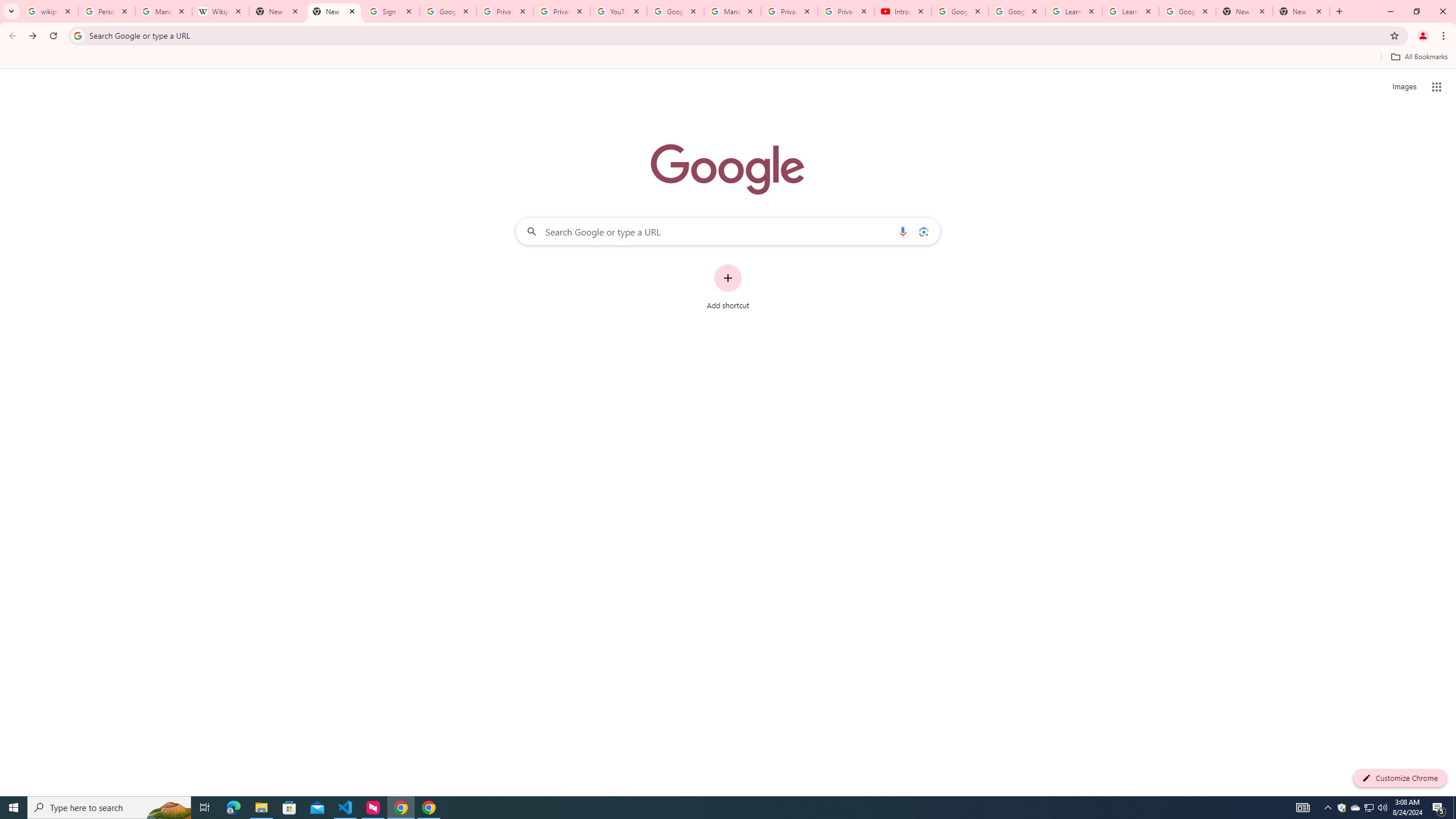 Image resolution: width=1456 pixels, height=819 pixels. What do you see at coordinates (728, 230) in the screenshot?
I see `'Search Google or type a URL'` at bounding box center [728, 230].